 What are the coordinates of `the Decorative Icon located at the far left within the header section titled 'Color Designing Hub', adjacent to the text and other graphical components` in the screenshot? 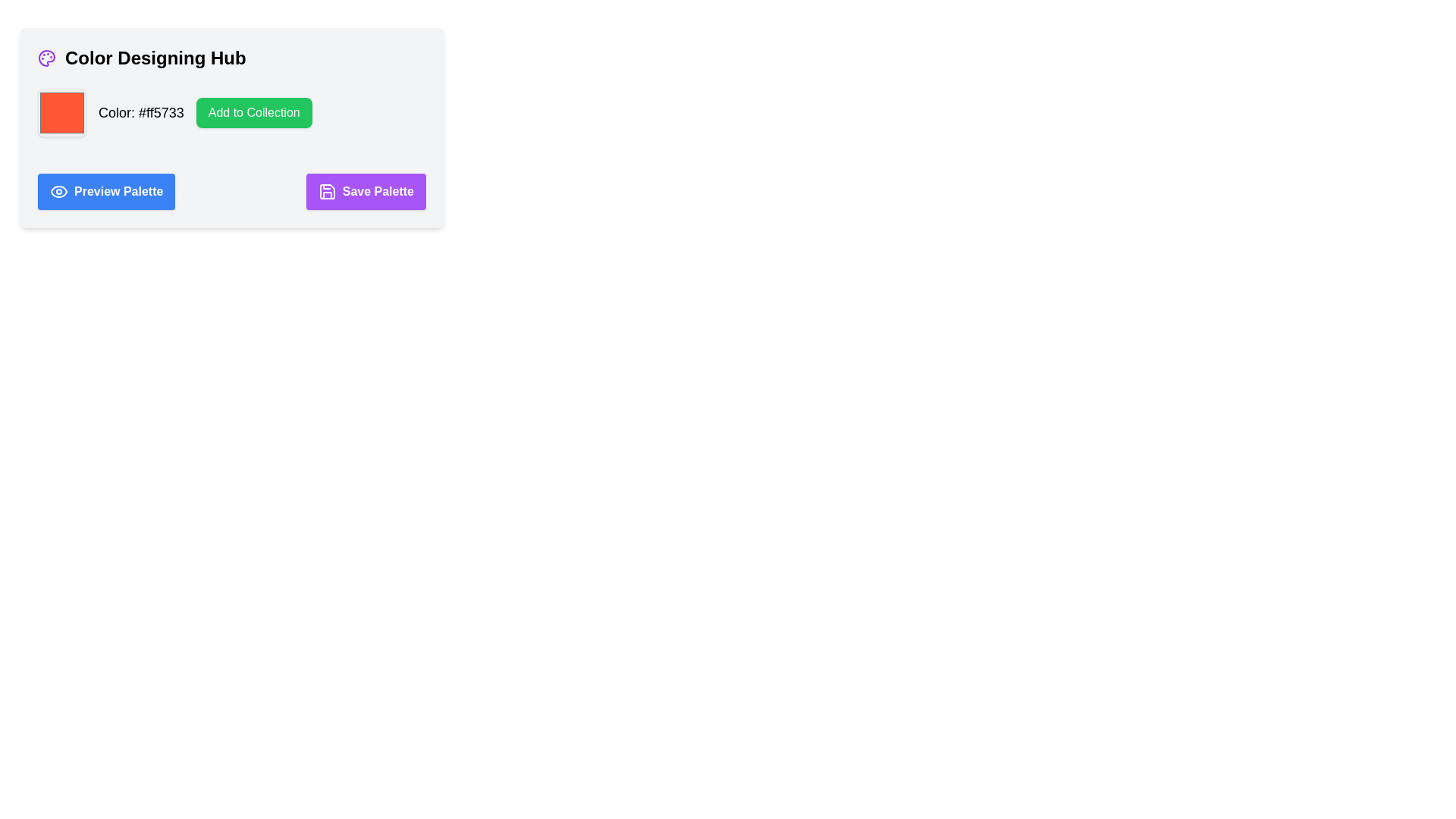 It's located at (47, 58).